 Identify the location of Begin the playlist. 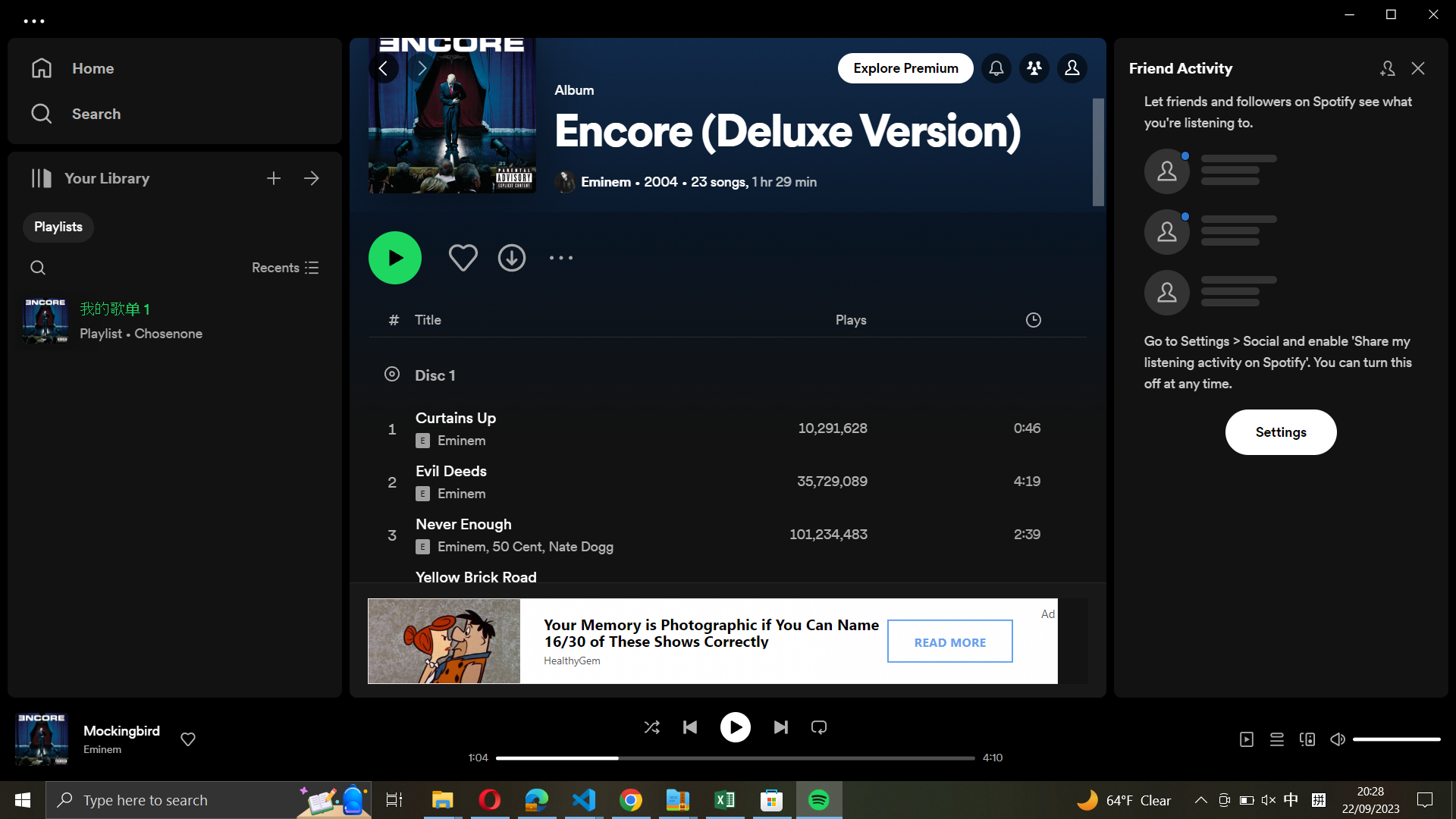
(395, 256).